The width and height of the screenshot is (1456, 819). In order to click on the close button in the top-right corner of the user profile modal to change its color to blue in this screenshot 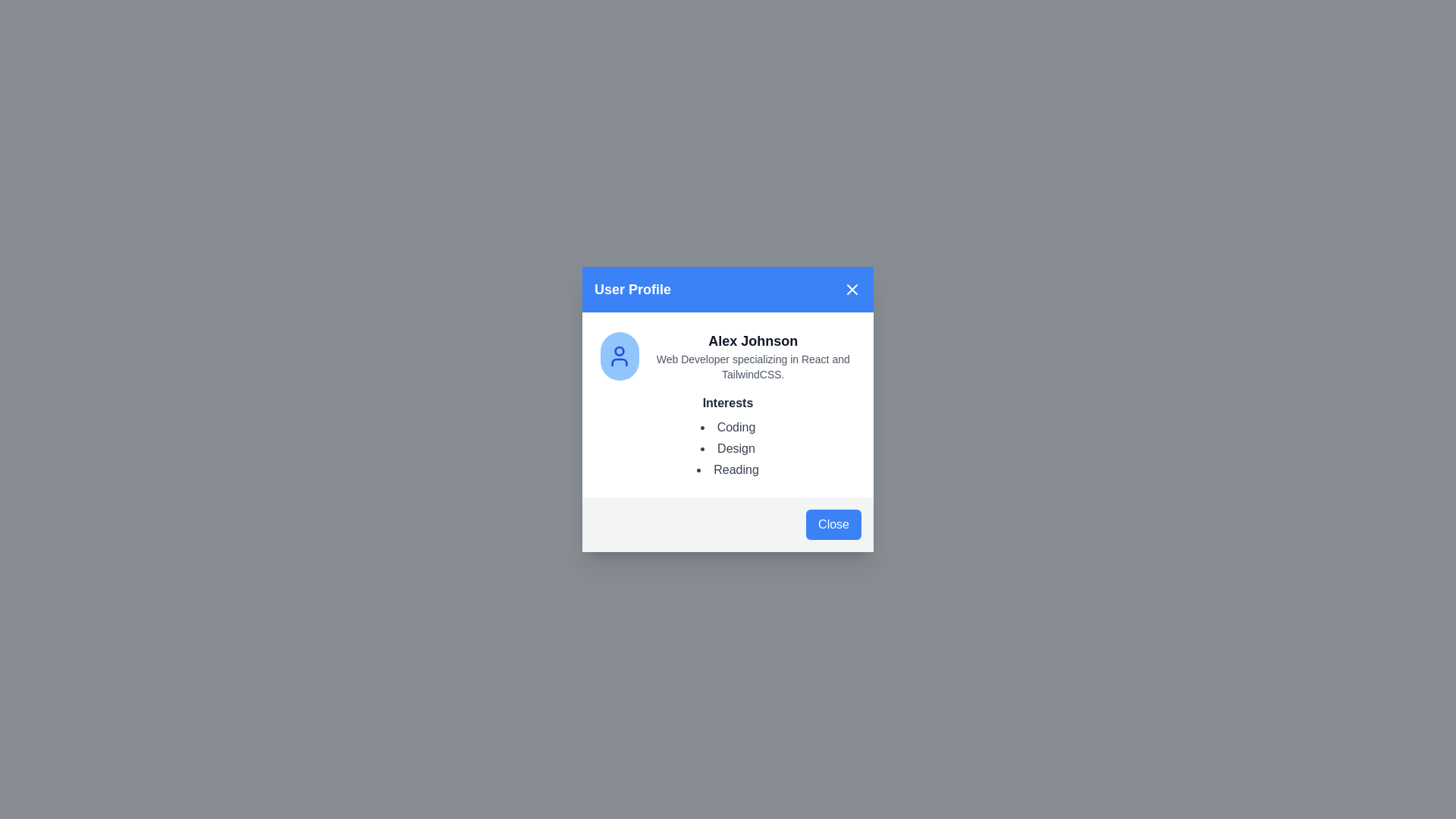, I will do `click(852, 289)`.